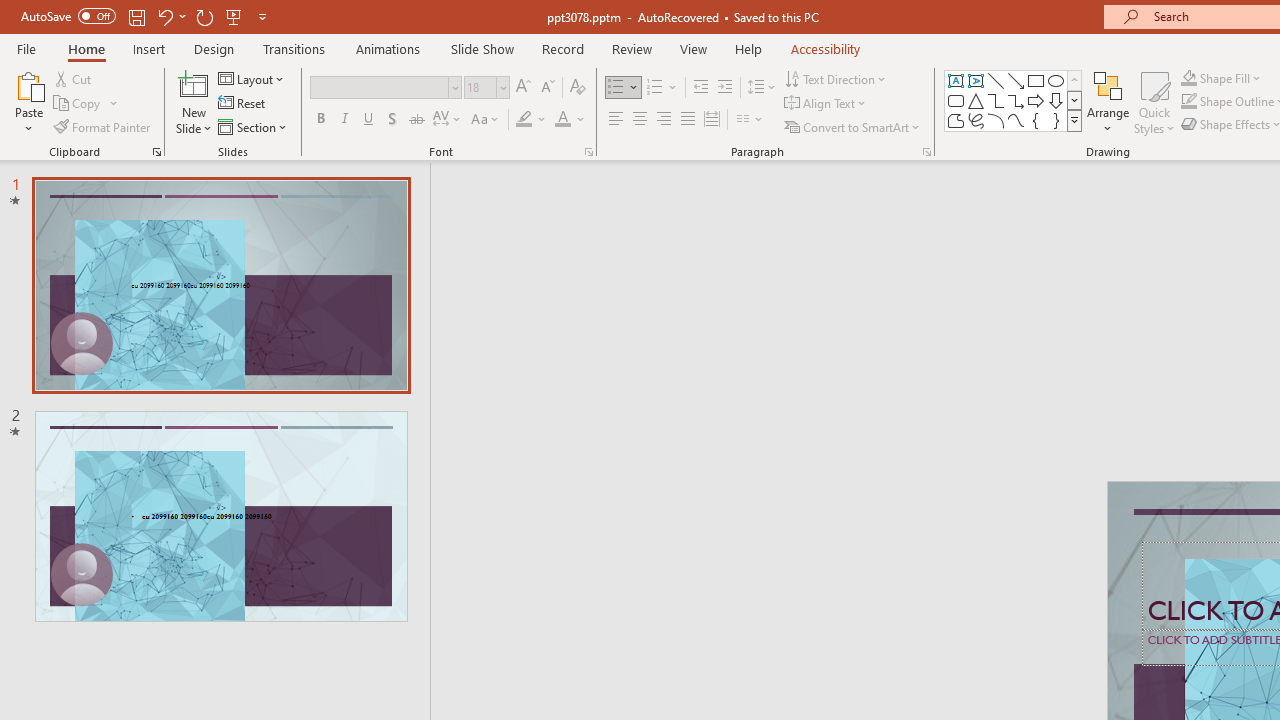  Describe the element at coordinates (749, 119) in the screenshot. I see `'Columns'` at that location.